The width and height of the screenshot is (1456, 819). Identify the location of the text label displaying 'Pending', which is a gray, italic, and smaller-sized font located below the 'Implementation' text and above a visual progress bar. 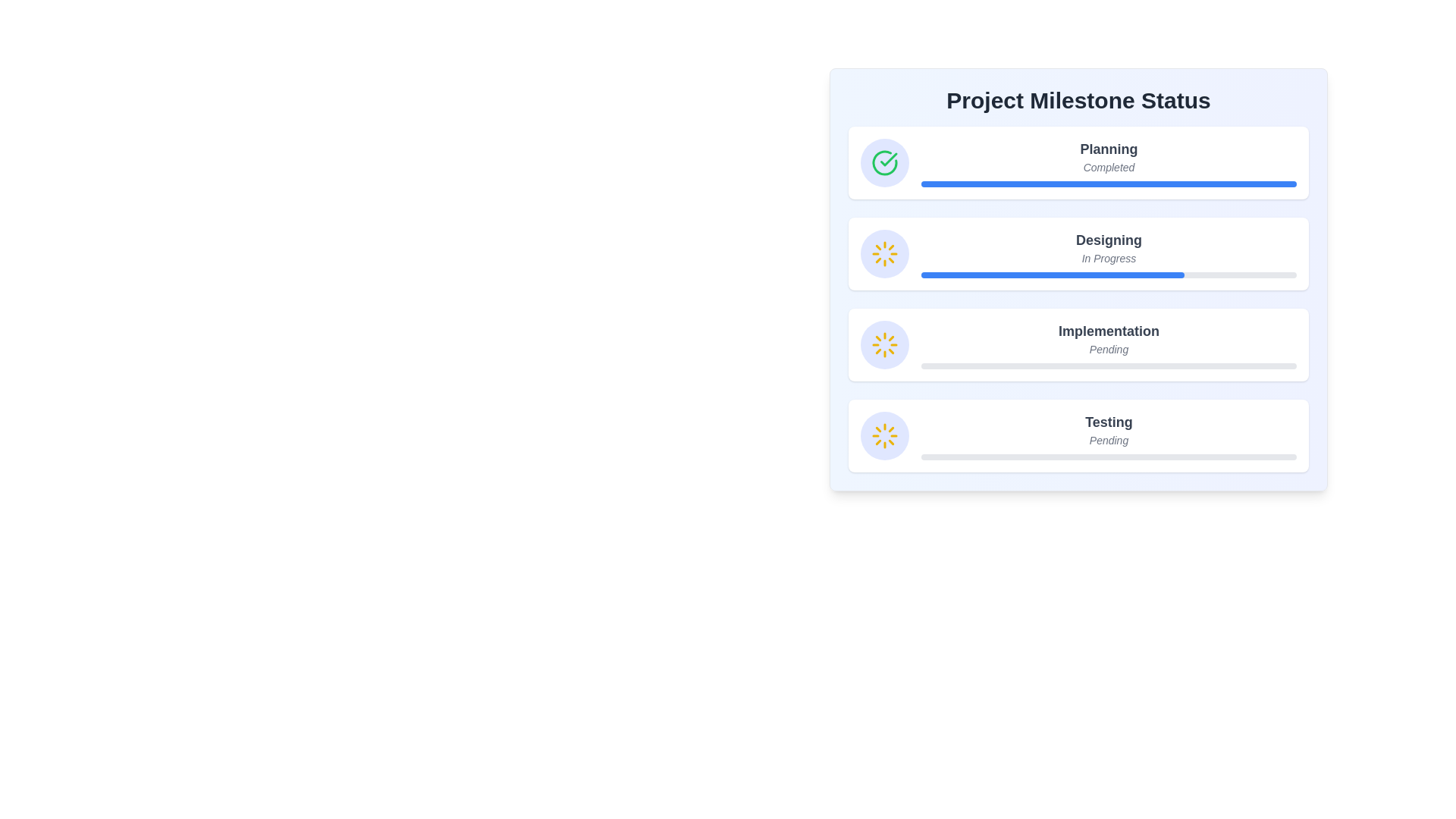
(1109, 350).